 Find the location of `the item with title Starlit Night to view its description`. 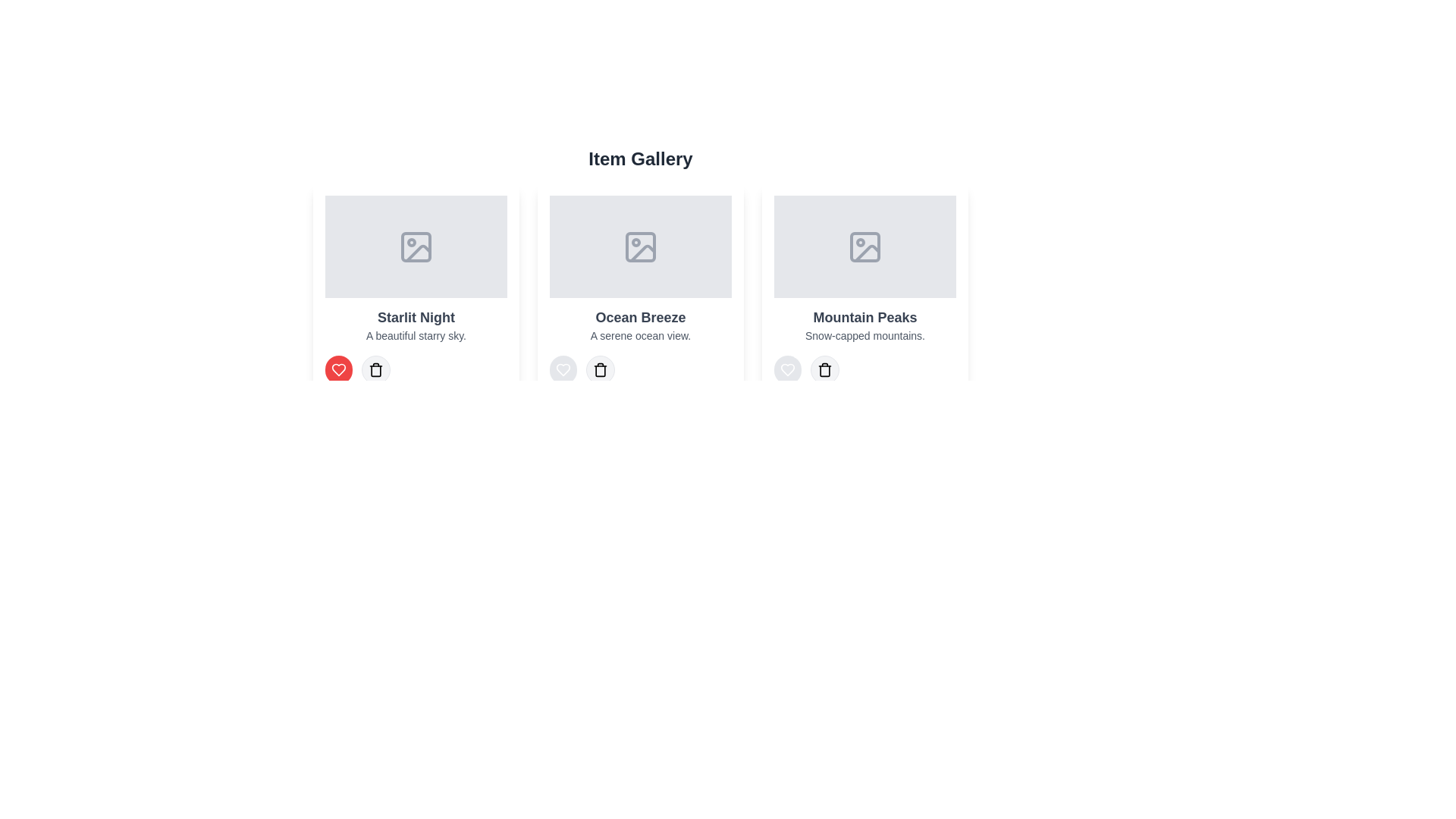

the item with title Starlit Night to view its description is located at coordinates (416, 290).